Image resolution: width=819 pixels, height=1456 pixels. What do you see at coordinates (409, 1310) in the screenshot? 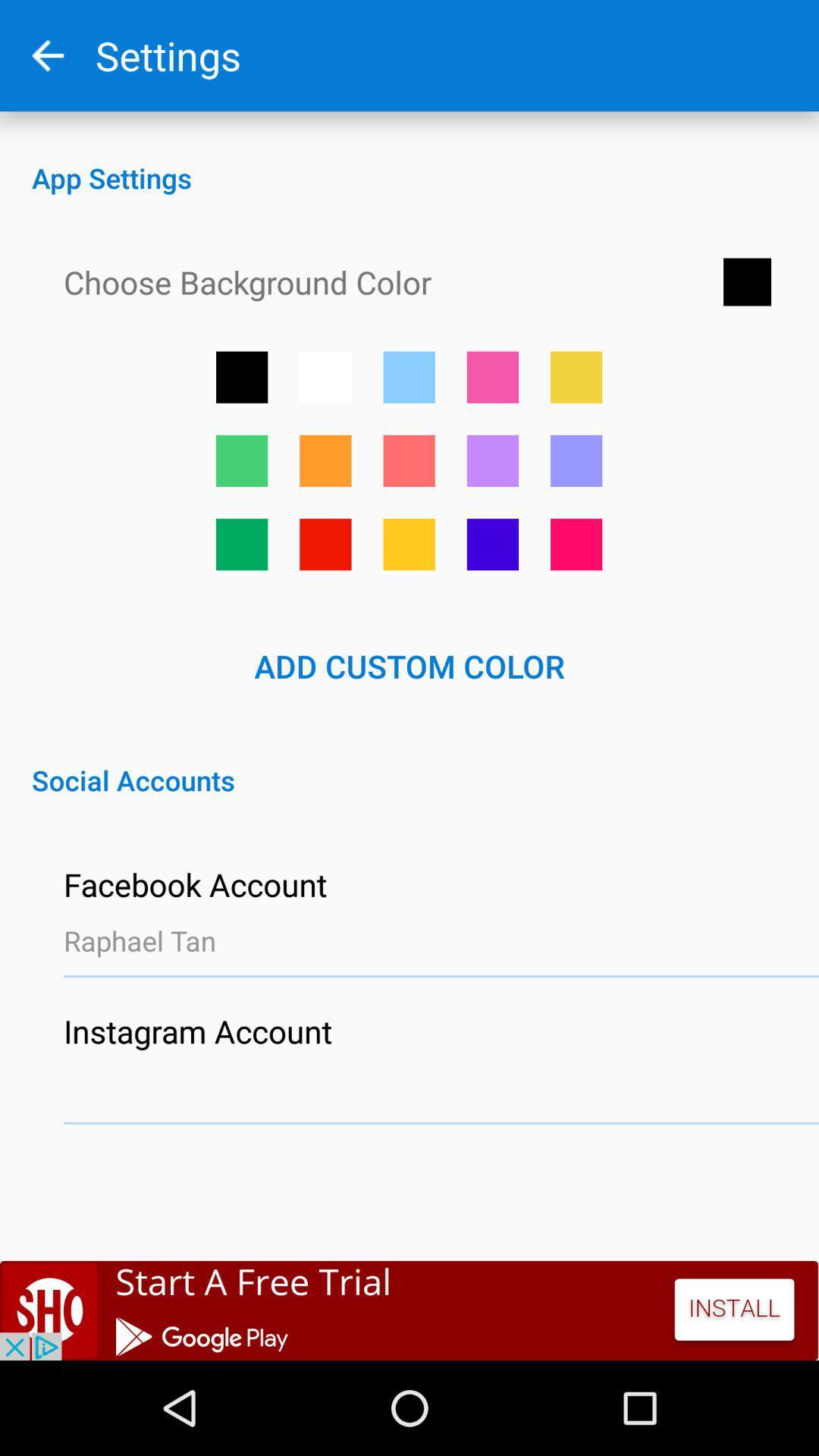
I see `opens advertisement` at bounding box center [409, 1310].